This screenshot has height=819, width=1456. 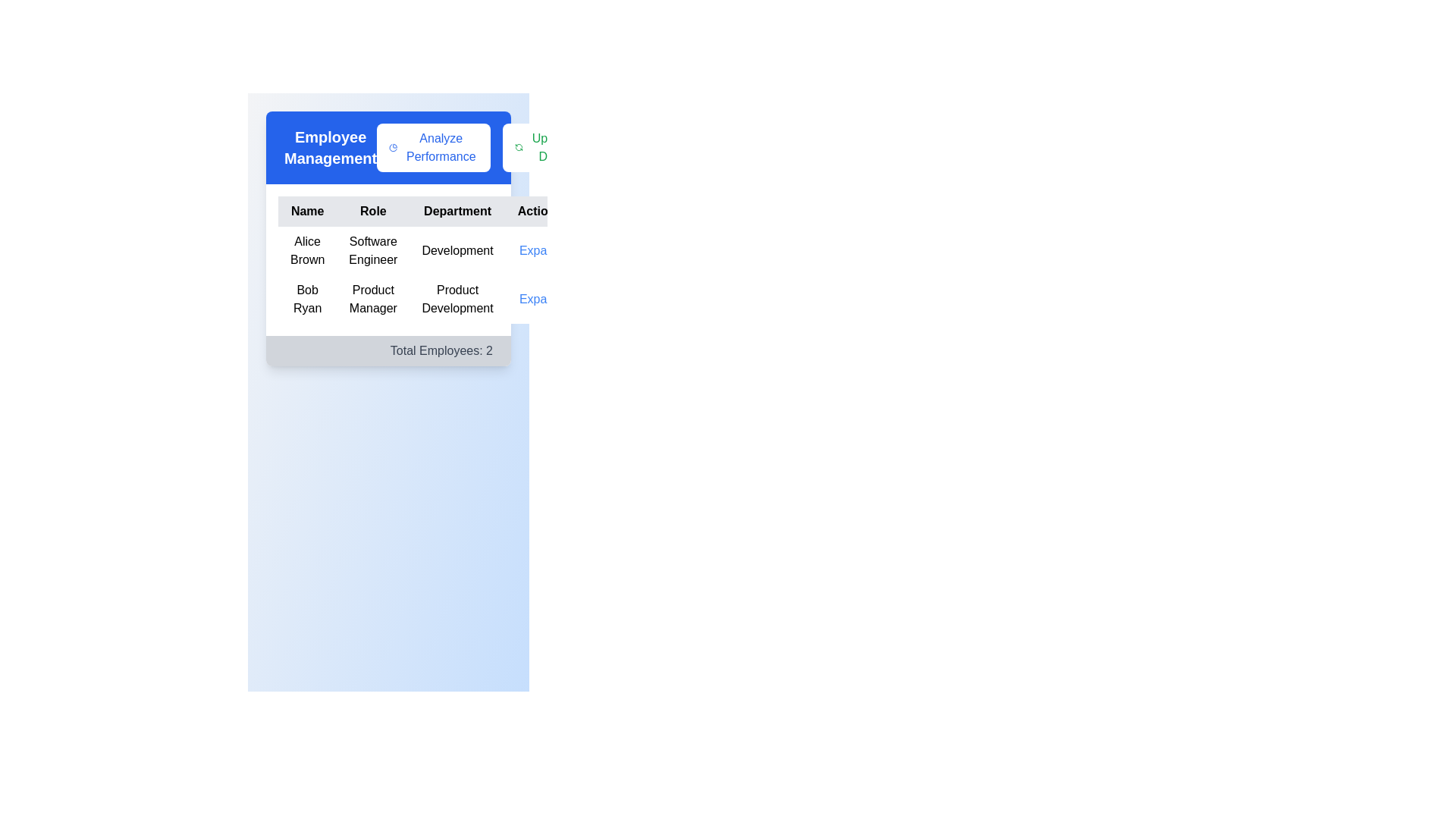 I want to click on the 'Role' column header in the table, which is the second header in a row of horizontally aligned headers, so click(x=373, y=211).